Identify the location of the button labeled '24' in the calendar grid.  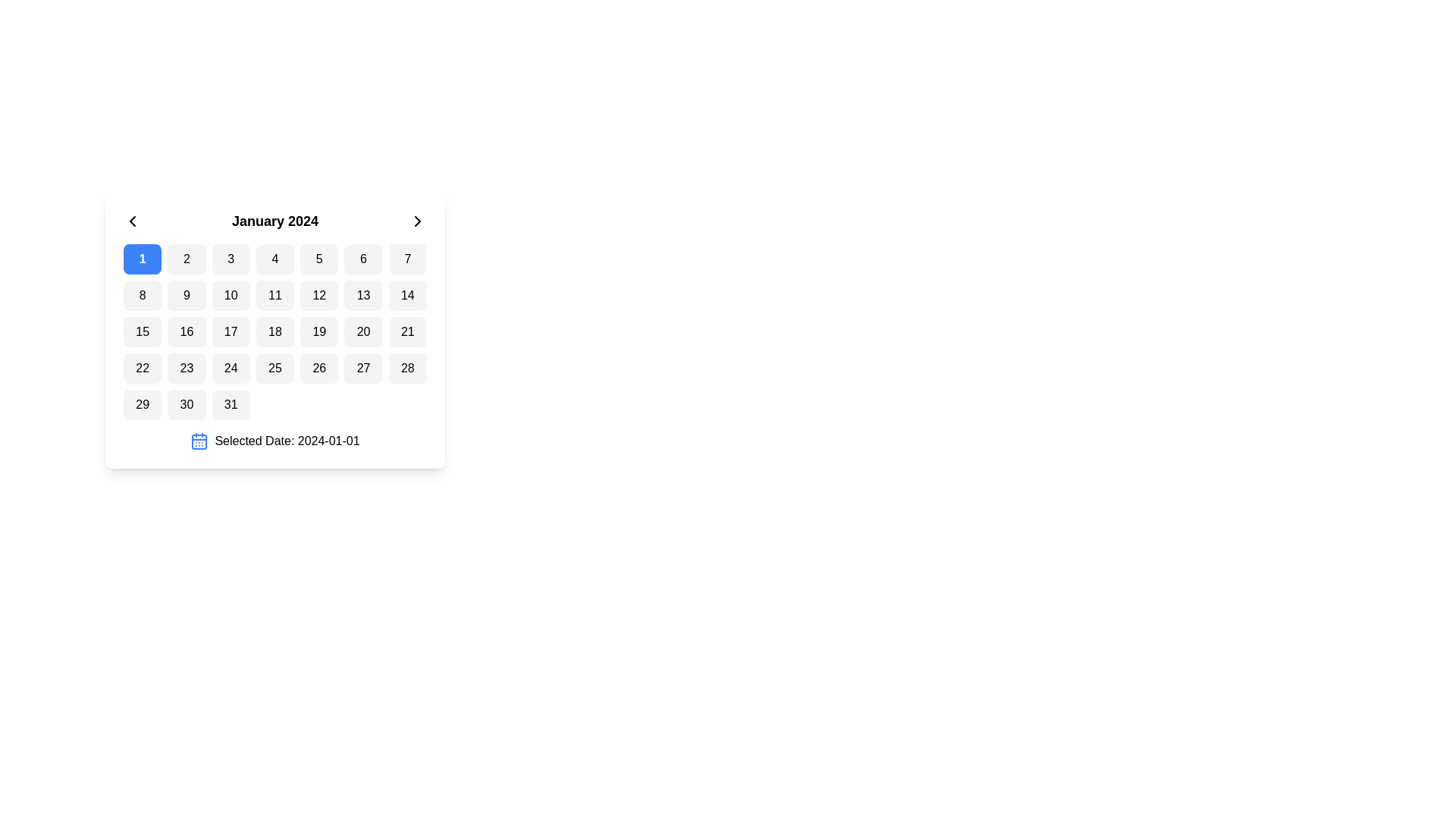
(230, 369).